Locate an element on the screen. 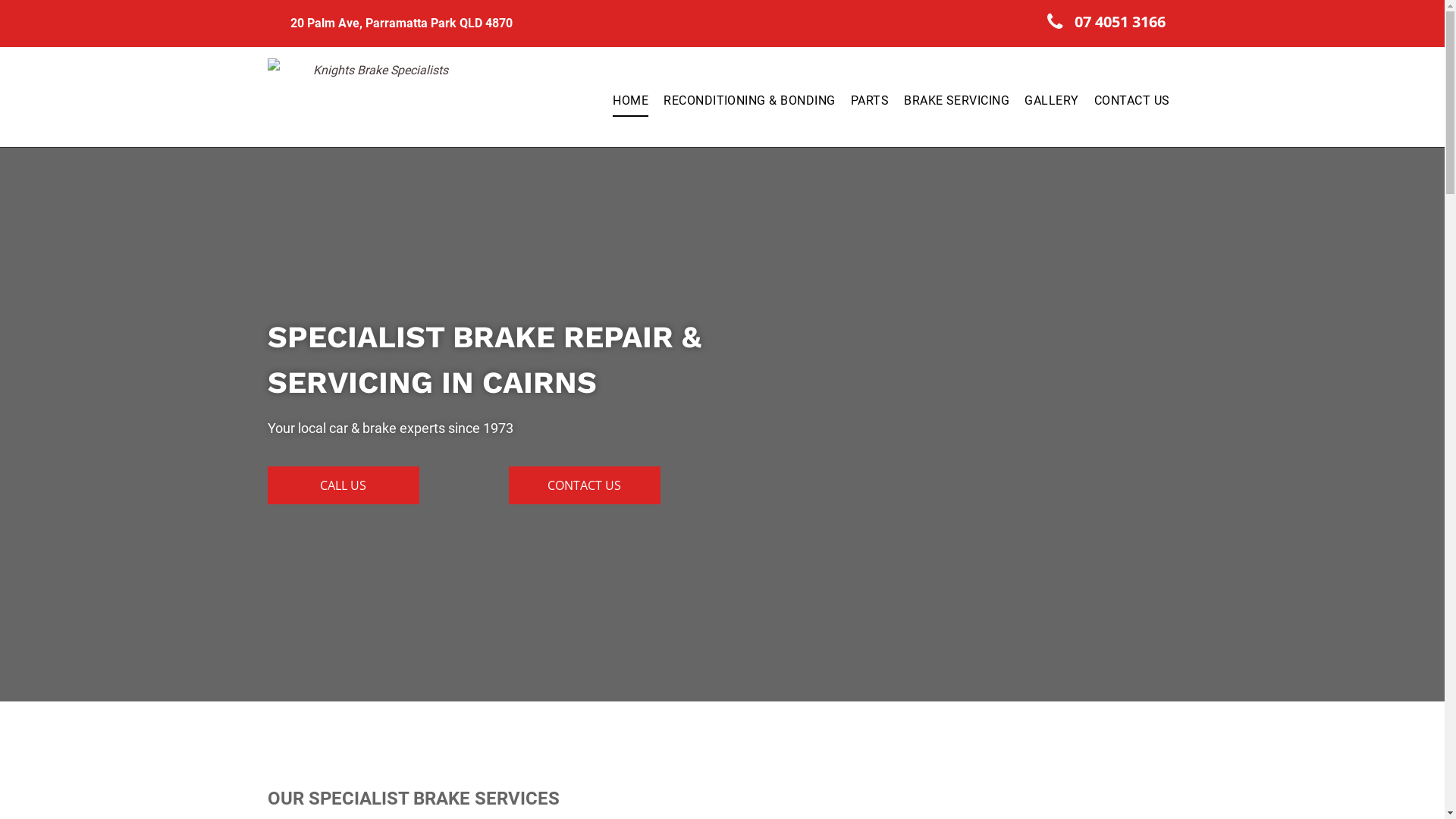 This screenshot has height=819, width=1456. 'GALLERY' is located at coordinates (1050, 100).